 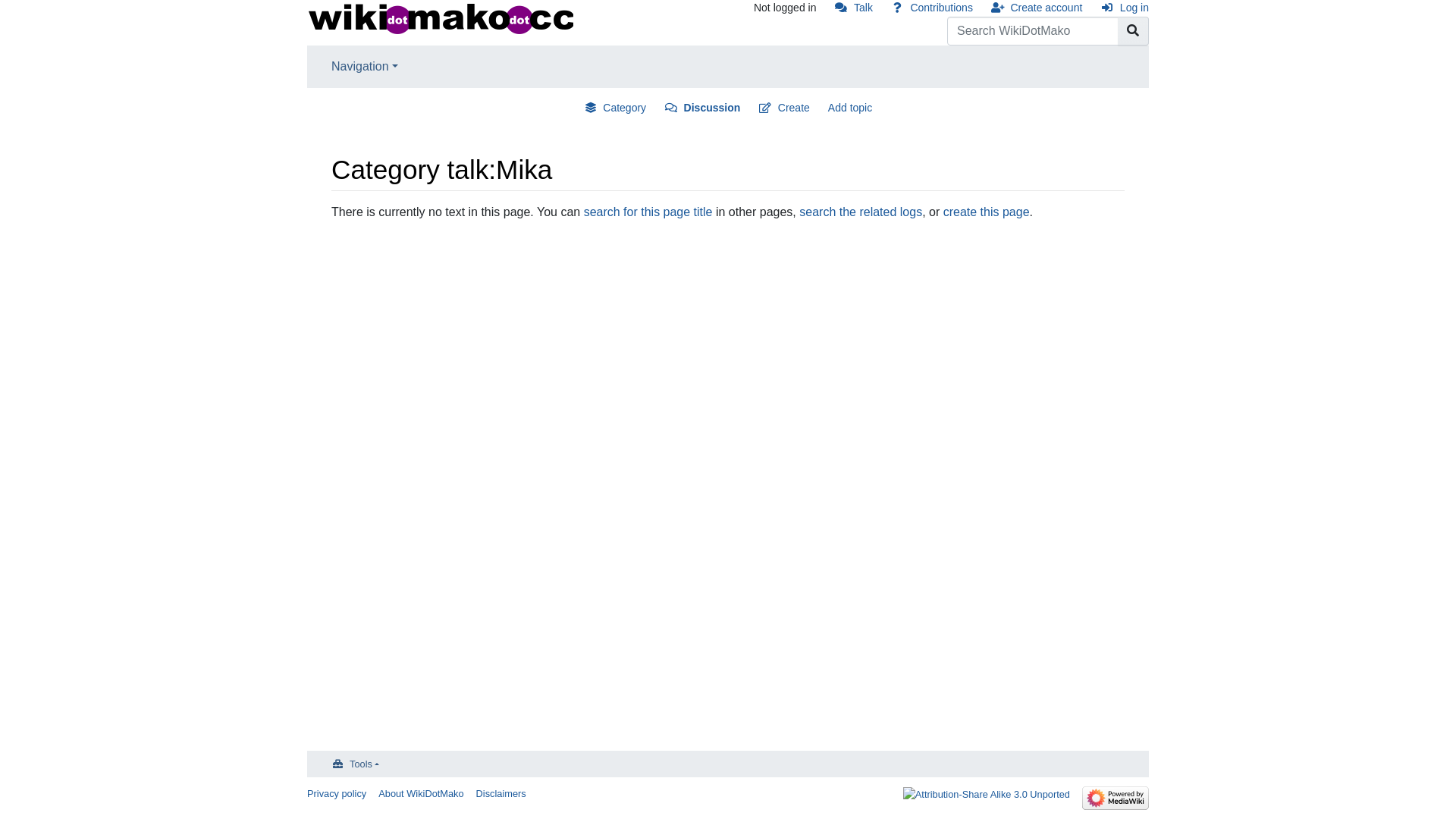 What do you see at coordinates (364, 66) in the screenshot?
I see `'Navigation'` at bounding box center [364, 66].